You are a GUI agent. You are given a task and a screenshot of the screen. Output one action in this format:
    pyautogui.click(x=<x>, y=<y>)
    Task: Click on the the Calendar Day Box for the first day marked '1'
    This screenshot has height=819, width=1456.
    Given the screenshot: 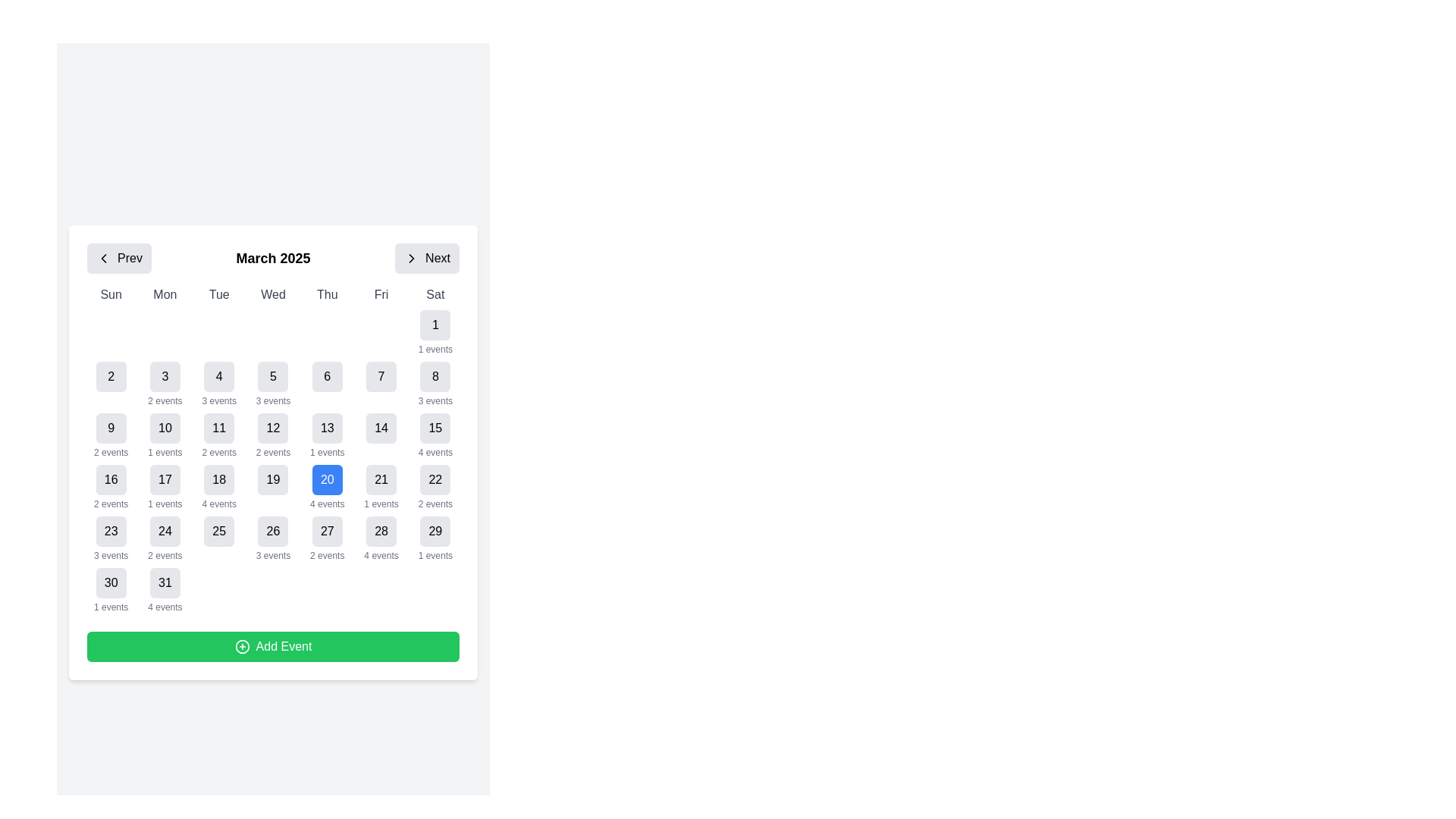 What is the action you would take?
    pyautogui.click(x=435, y=332)
    